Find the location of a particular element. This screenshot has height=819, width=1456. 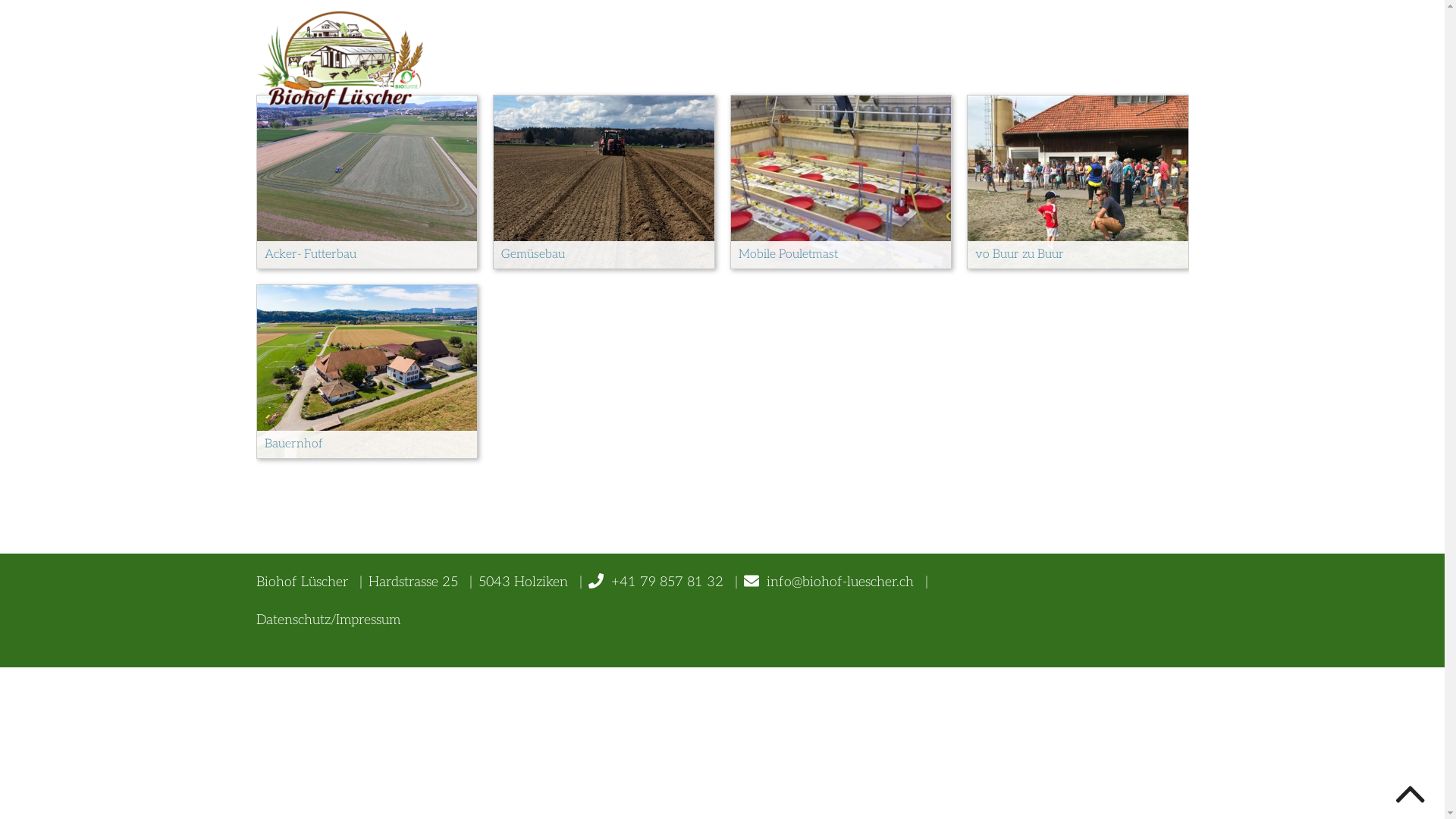

'+41 79 857 81 32' is located at coordinates (611, 581).